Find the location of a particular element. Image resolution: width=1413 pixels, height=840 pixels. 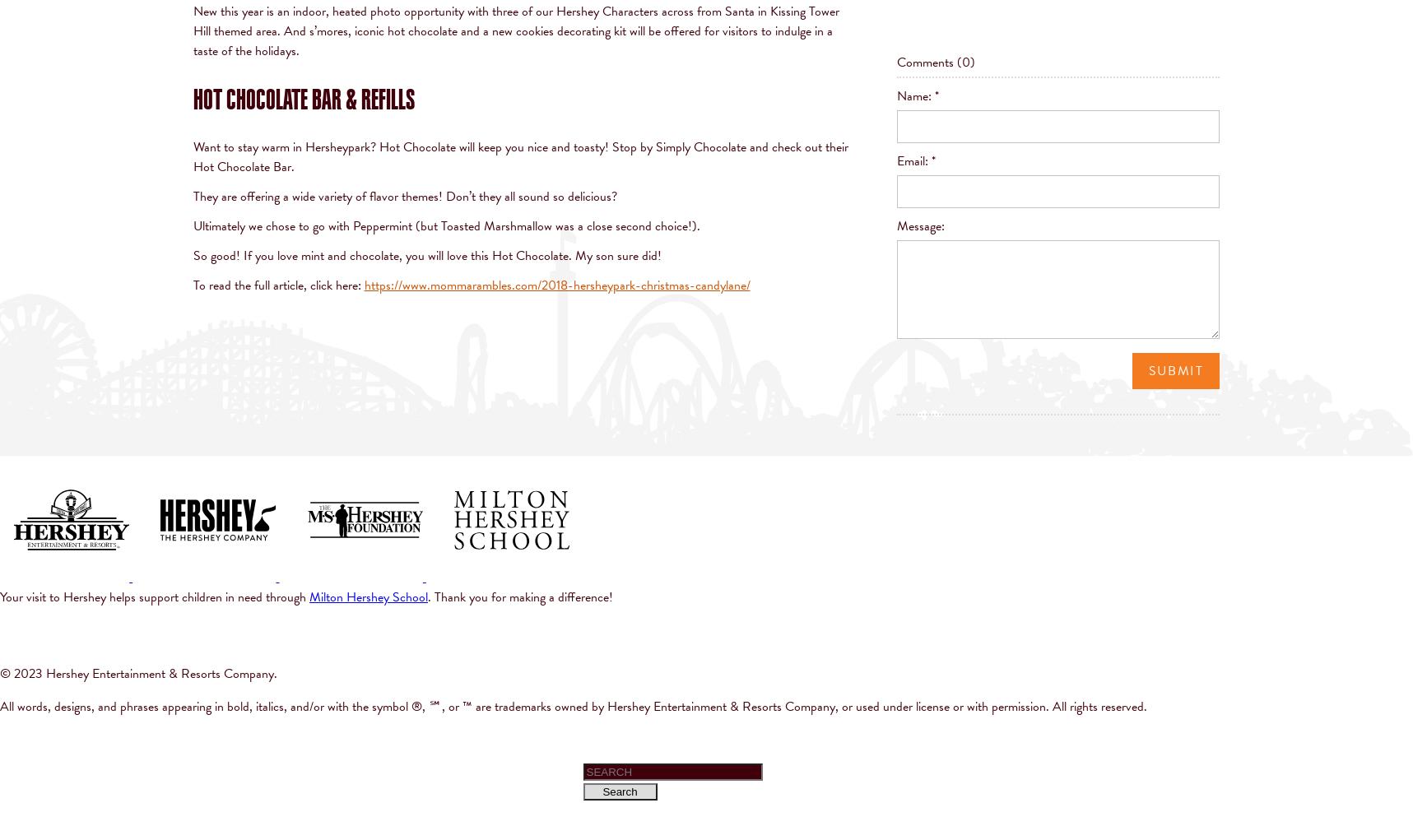

'Hot Chocolate Bar & Refills' is located at coordinates (303, 98).